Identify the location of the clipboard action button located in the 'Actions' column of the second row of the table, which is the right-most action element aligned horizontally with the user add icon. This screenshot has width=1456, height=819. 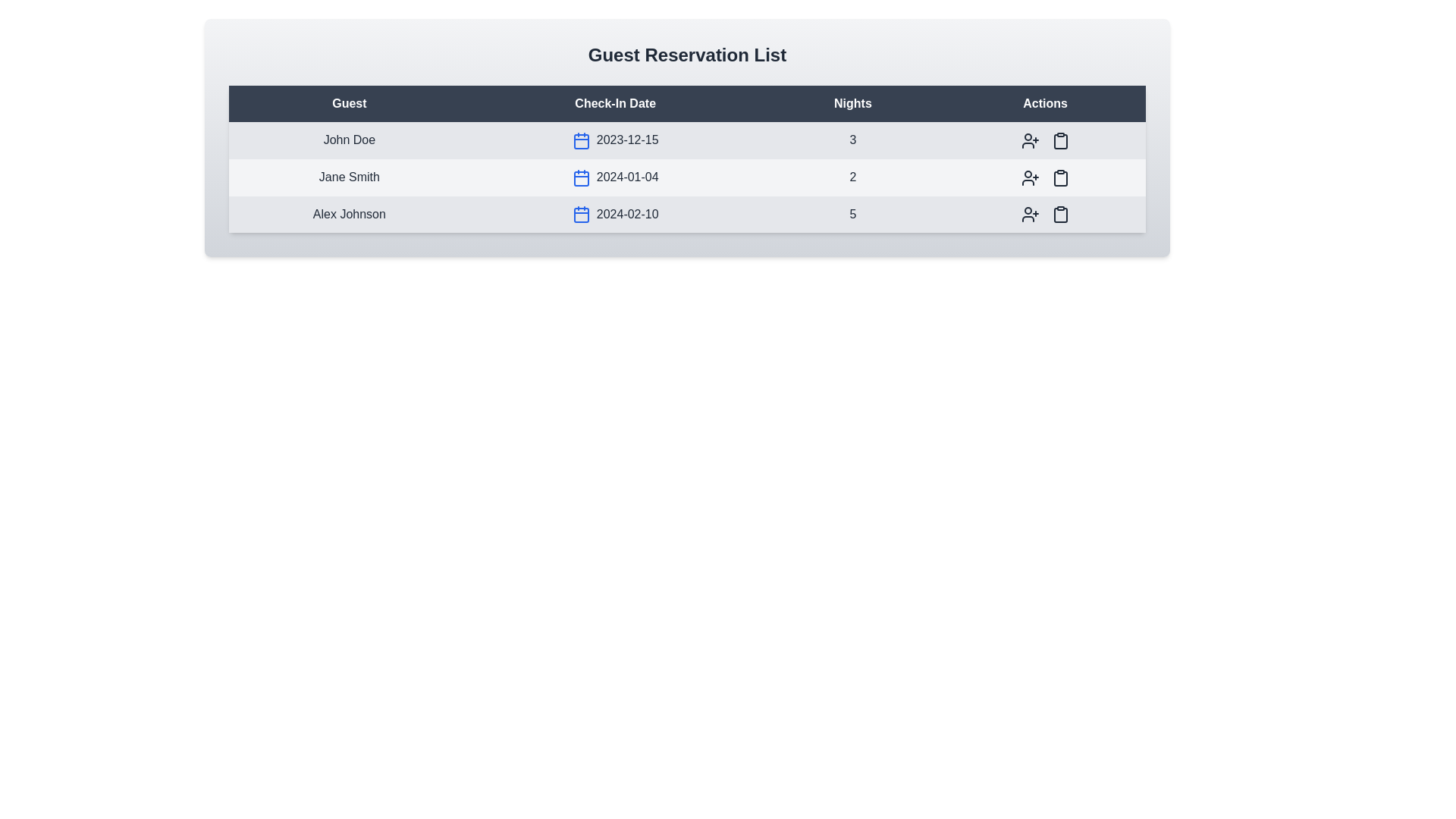
(1059, 140).